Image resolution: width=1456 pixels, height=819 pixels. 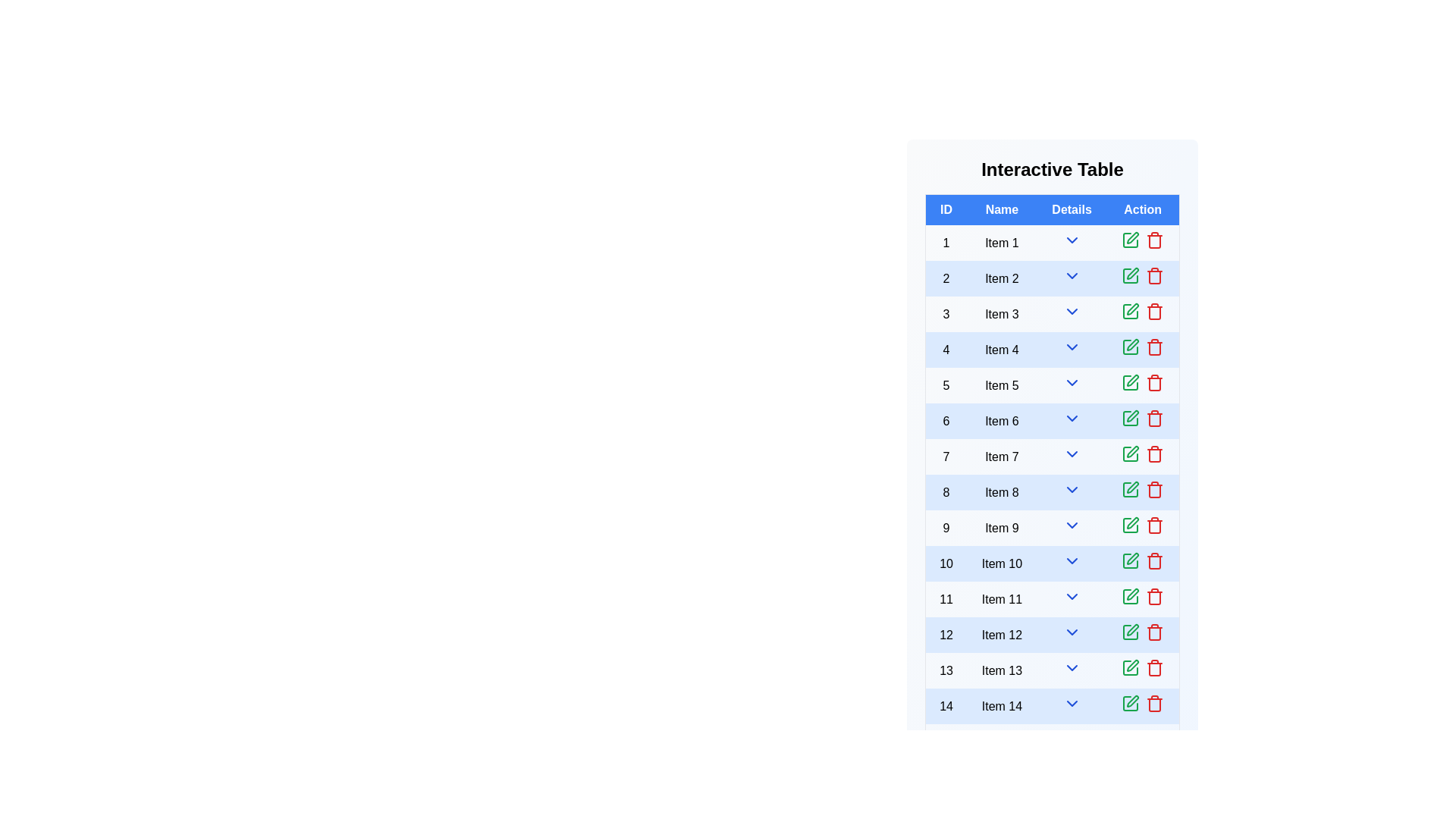 I want to click on the header of the column Details to sort the rows by that column, so click(x=1071, y=209).